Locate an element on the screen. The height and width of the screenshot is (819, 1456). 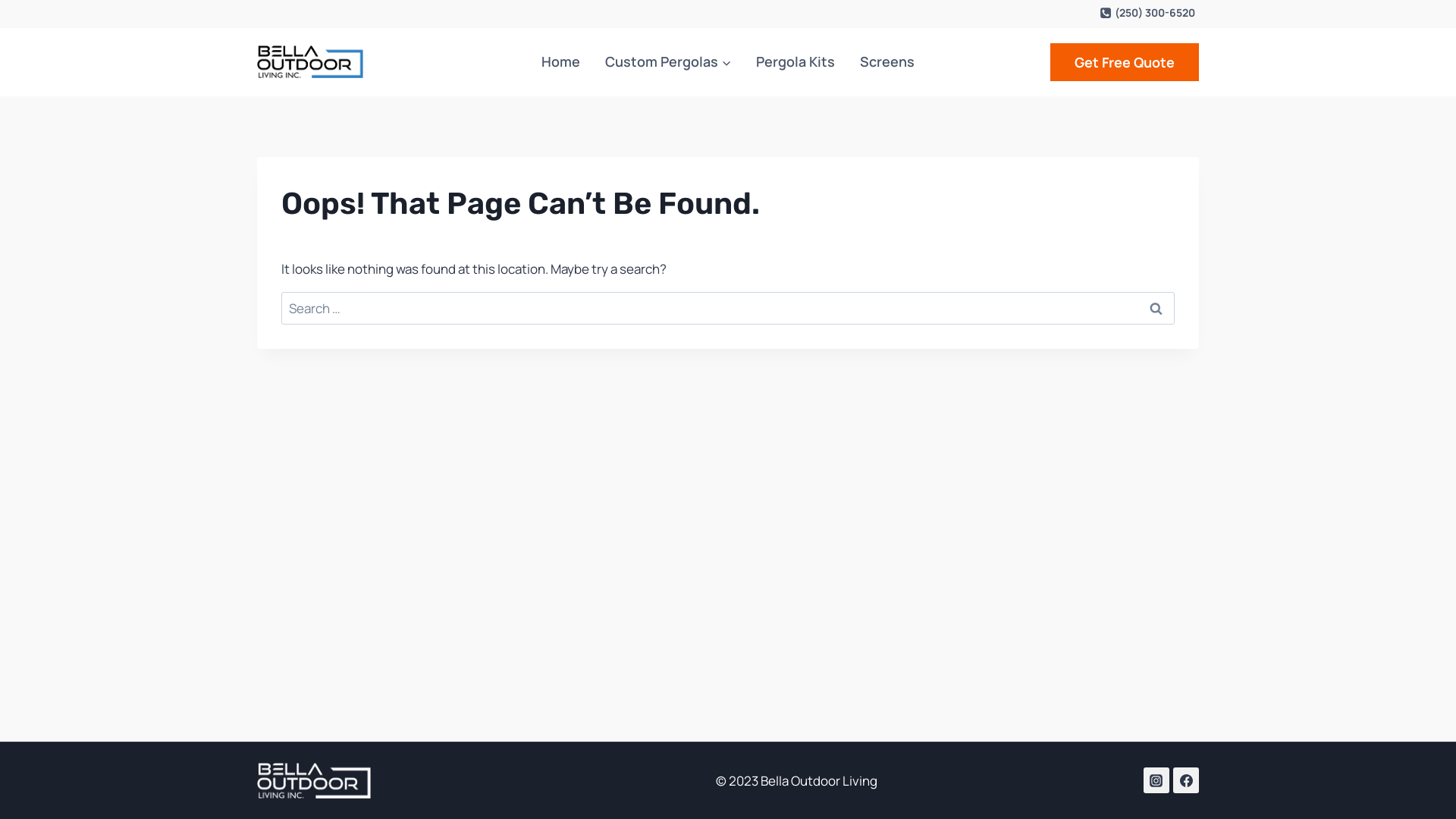
'(250) 300-6520' is located at coordinates (1147, 12).